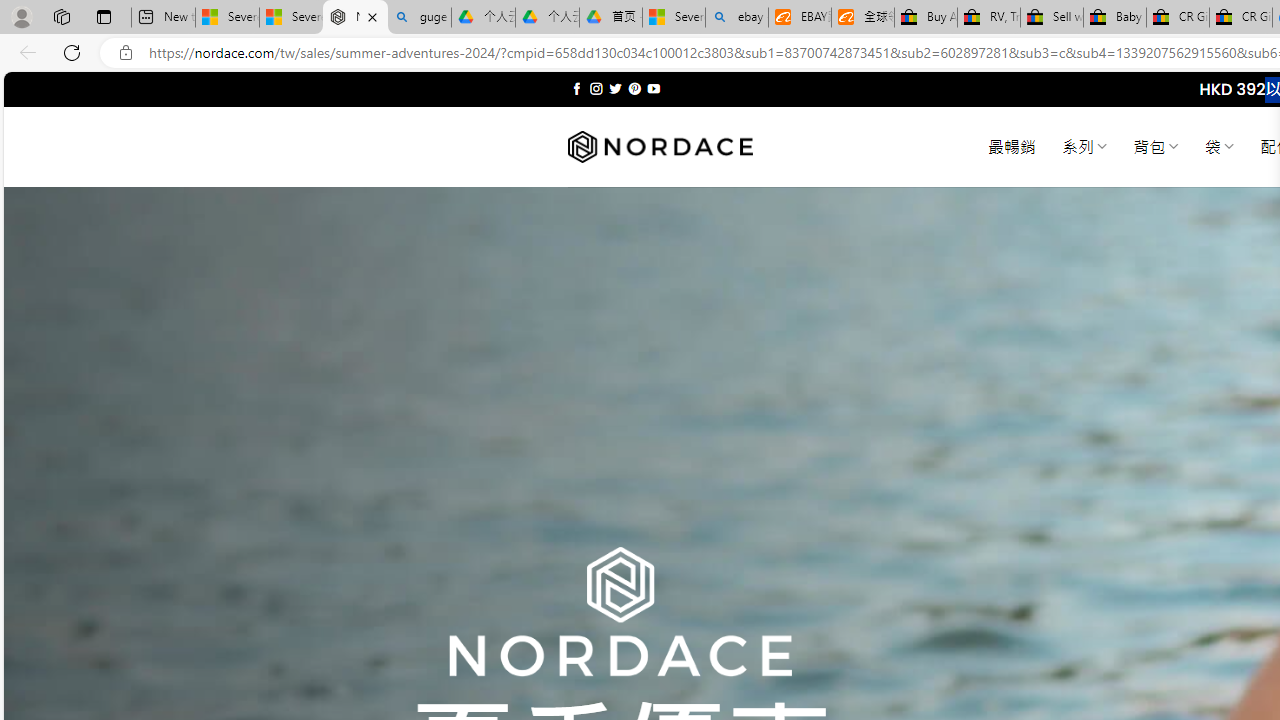 The width and height of the screenshot is (1280, 720). Describe the element at coordinates (418, 17) in the screenshot. I see `'guge yunpan - Search'` at that location.